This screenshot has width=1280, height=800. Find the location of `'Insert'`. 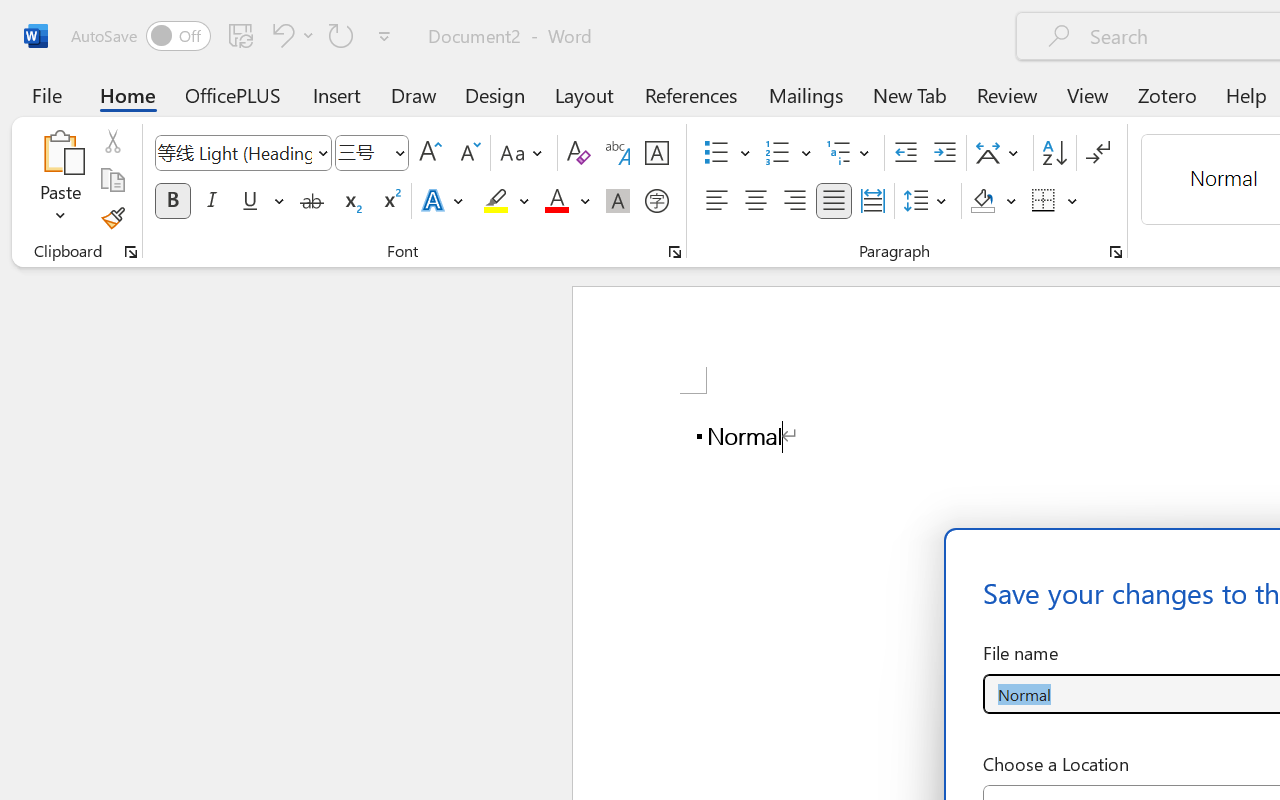

'Insert' is located at coordinates (337, 94).